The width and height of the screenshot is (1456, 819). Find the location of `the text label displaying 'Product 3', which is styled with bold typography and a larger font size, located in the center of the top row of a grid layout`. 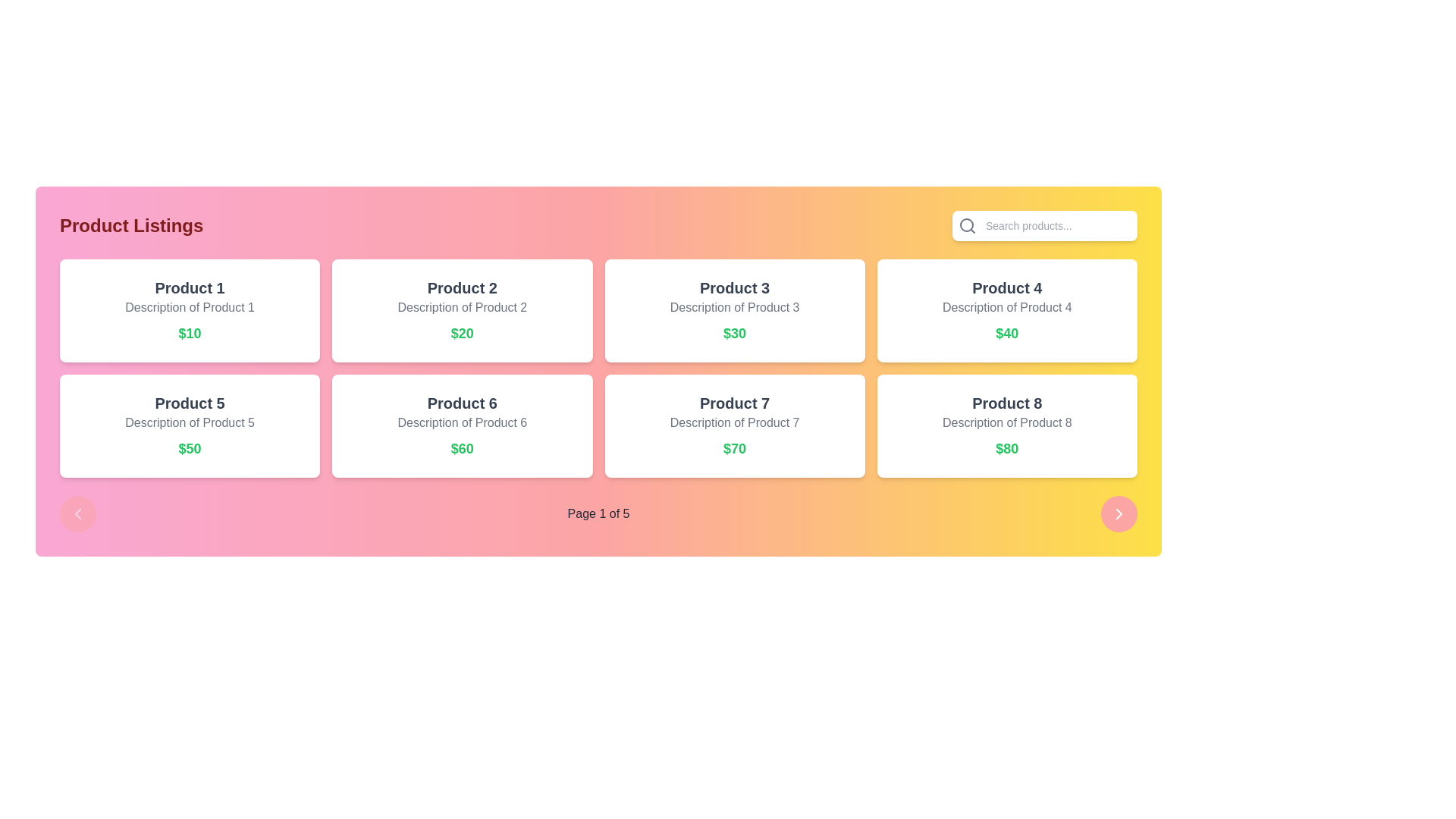

the text label displaying 'Product 3', which is styled with bold typography and a larger font size, located in the center of the top row of a grid layout is located at coordinates (735, 288).